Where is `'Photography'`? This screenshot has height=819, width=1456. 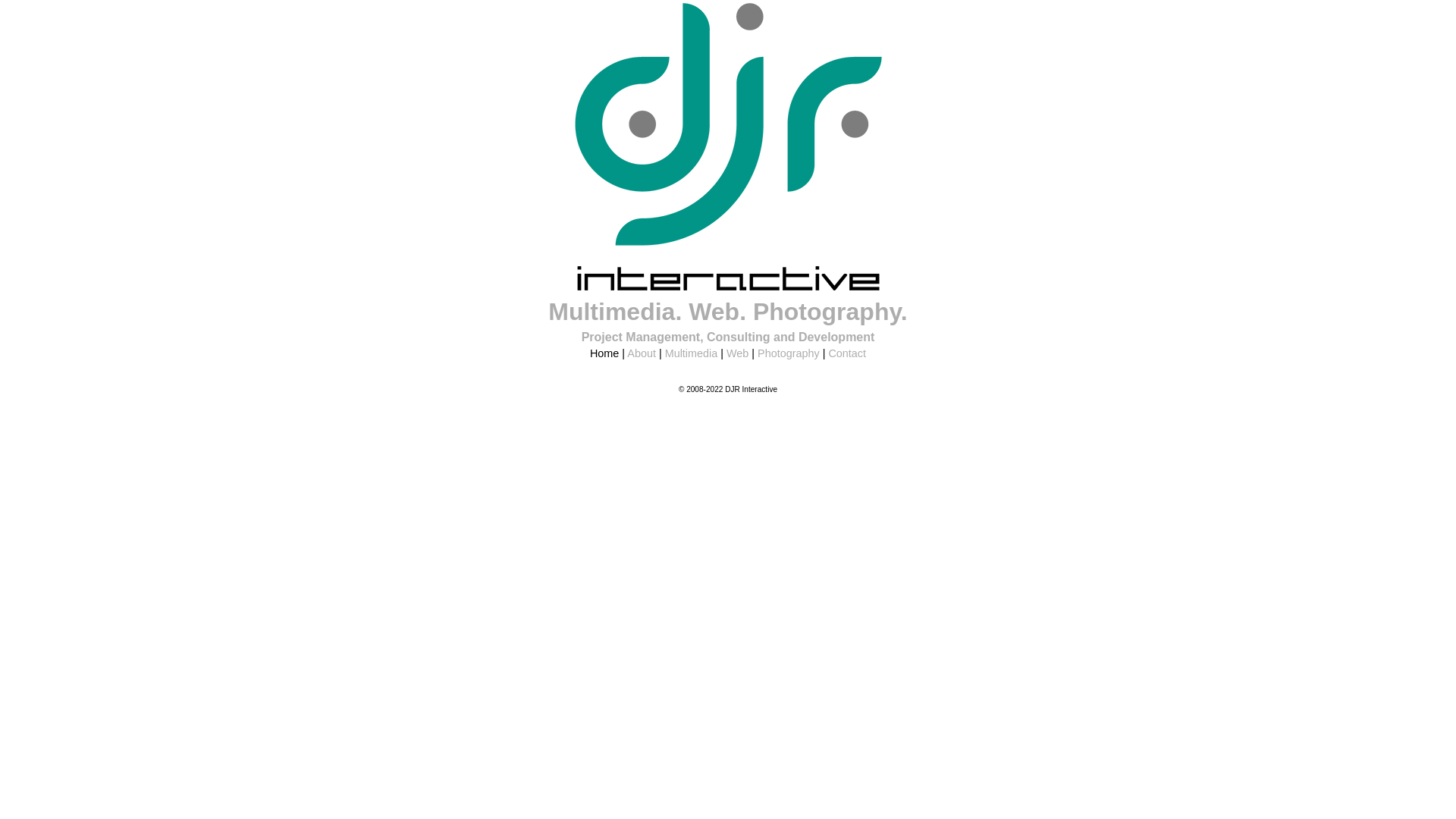
'Photography' is located at coordinates (789, 353).